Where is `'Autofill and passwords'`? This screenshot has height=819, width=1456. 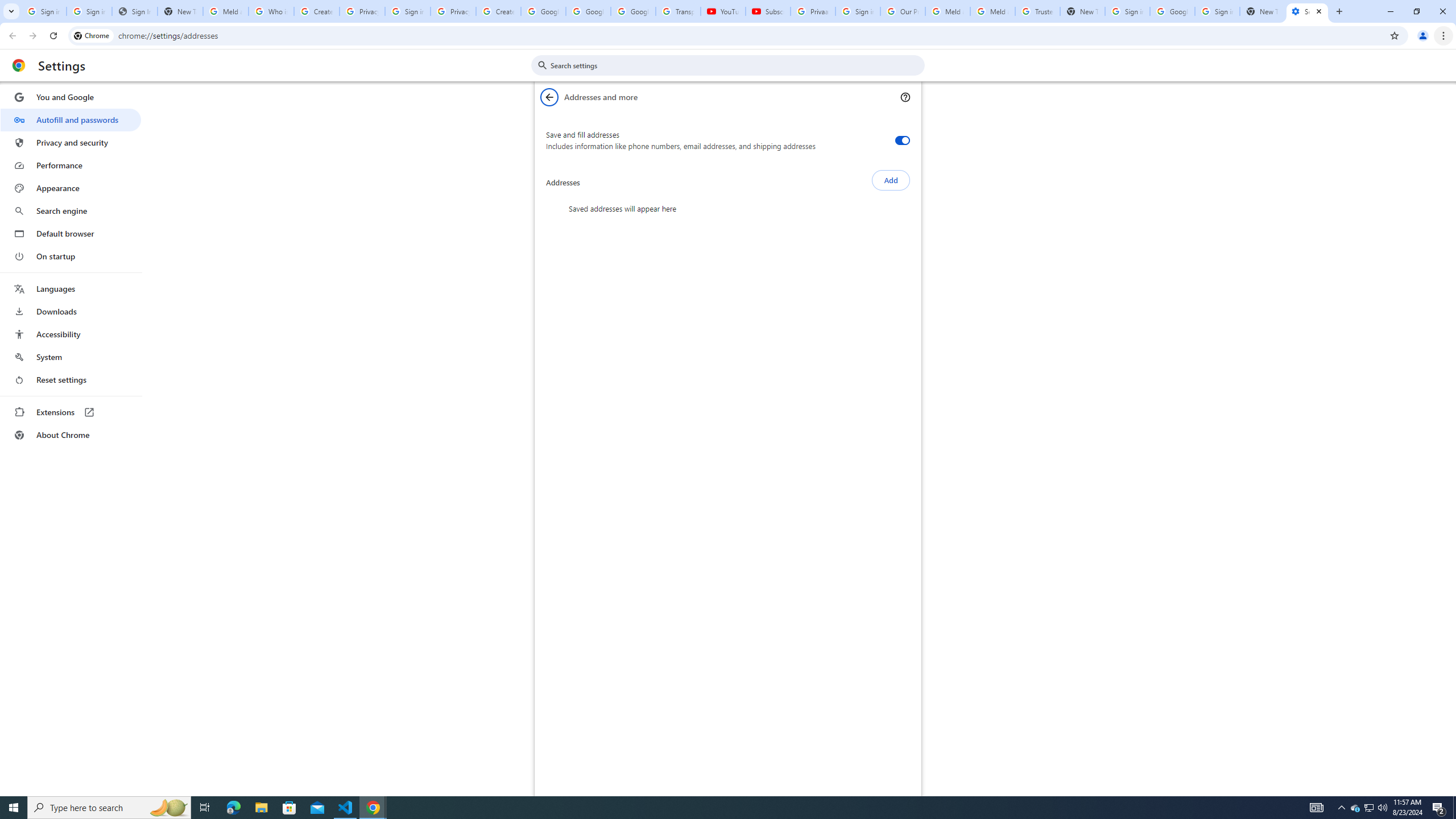 'Autofill and passwords' is located at coordinates (70, 119).